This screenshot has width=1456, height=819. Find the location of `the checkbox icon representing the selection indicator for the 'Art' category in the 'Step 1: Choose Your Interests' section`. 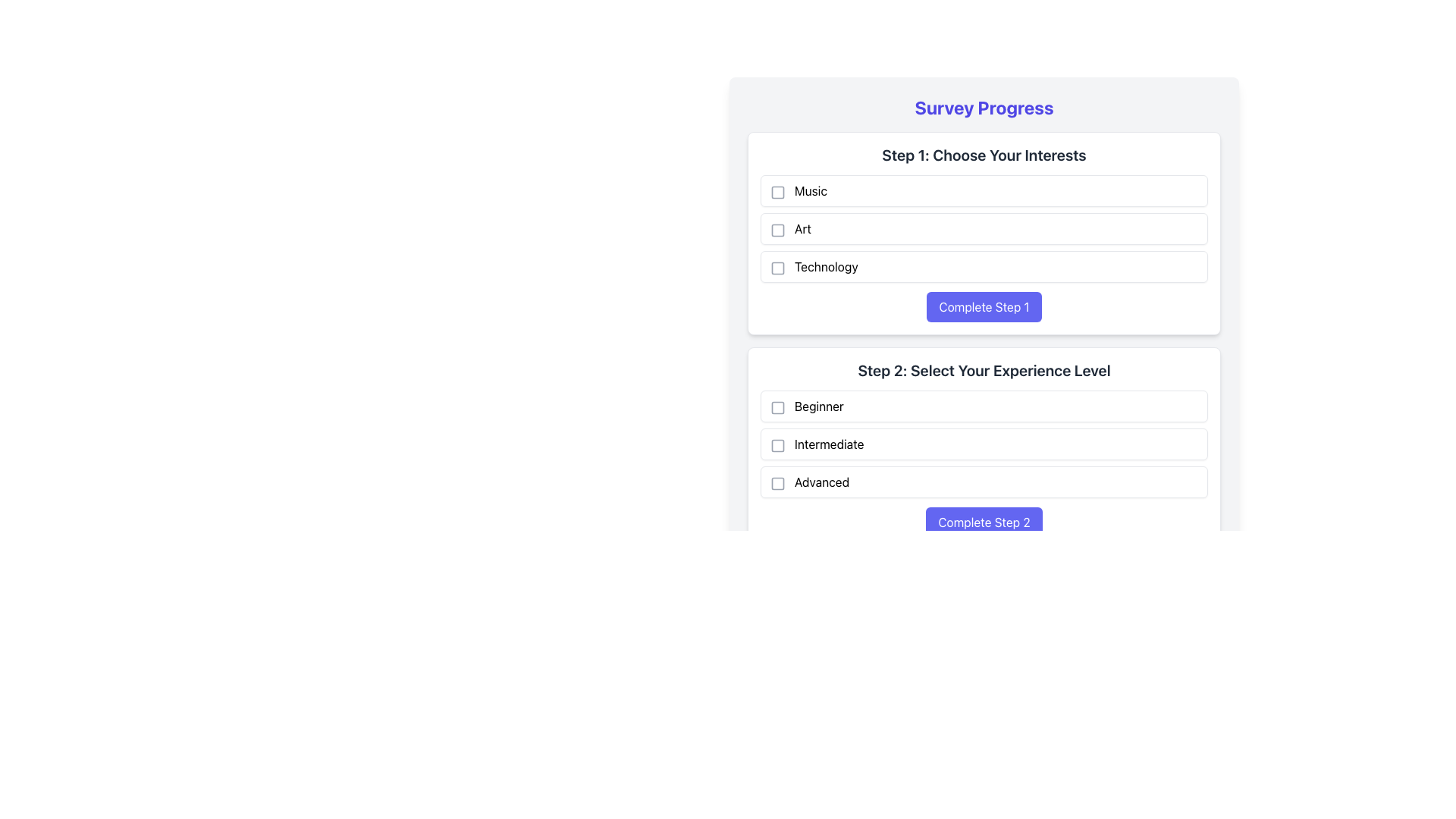

the checkbox icon representing the selection indicator for the 'Art' category in the 'Step 1: Choose Your Interests' section is located at coordinates (778, 230).